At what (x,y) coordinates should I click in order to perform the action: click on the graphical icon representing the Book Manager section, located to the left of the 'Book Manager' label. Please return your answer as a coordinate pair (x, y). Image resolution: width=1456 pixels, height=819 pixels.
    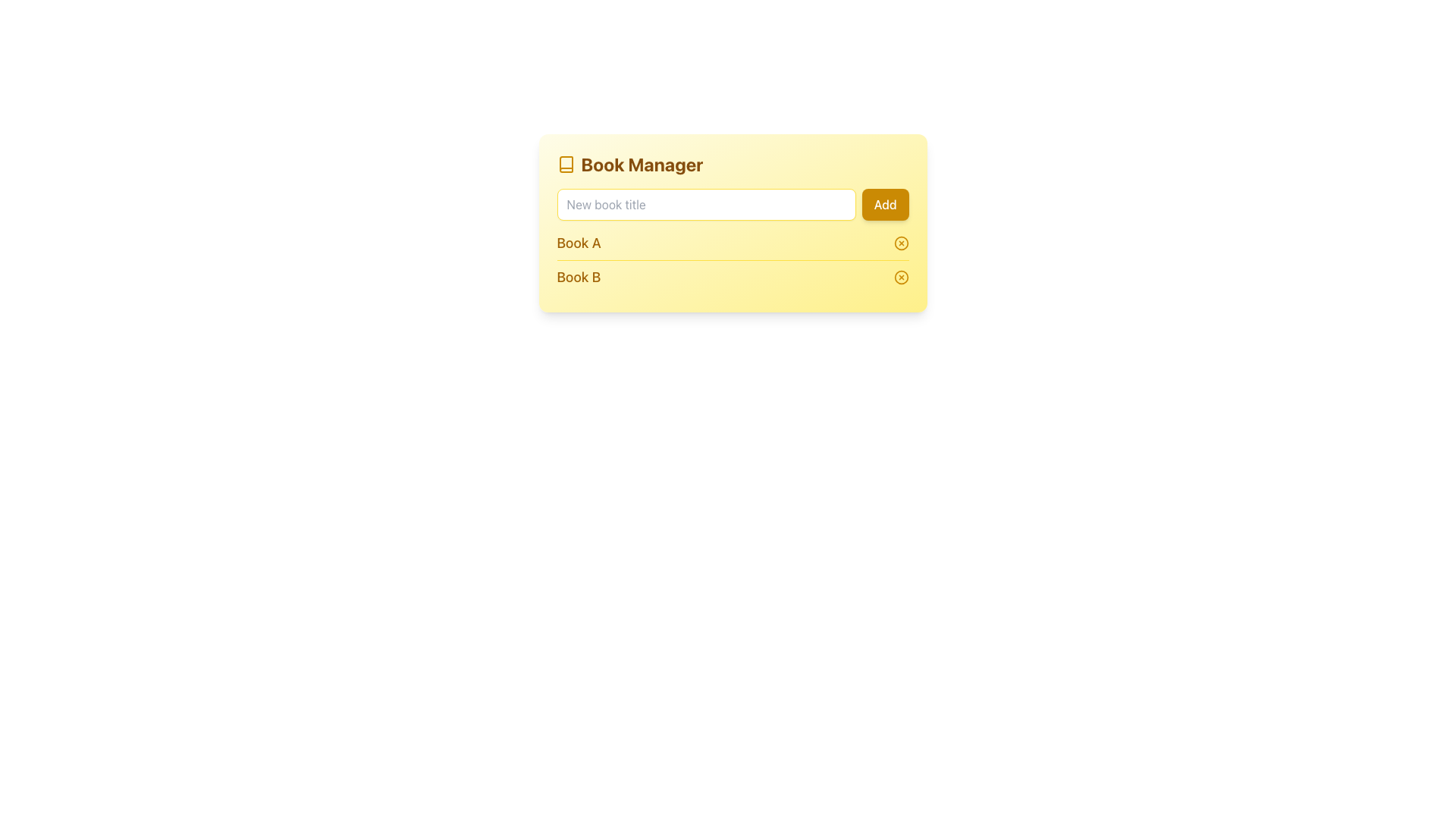
    Looking at the image, I should click on (565, 164).